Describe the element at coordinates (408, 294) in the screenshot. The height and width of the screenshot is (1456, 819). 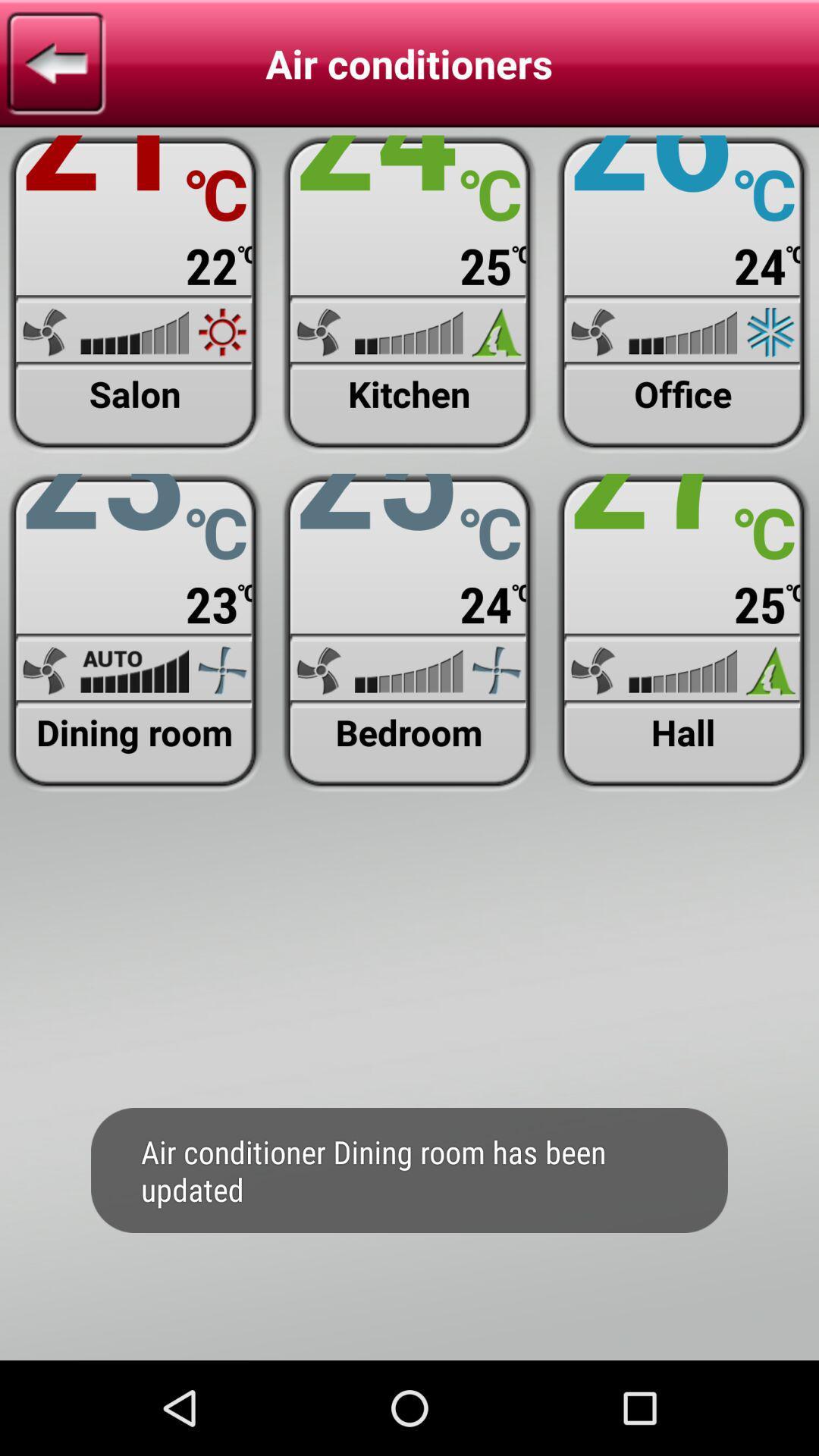
I see `view/update kitchen air condition settings` at that location.